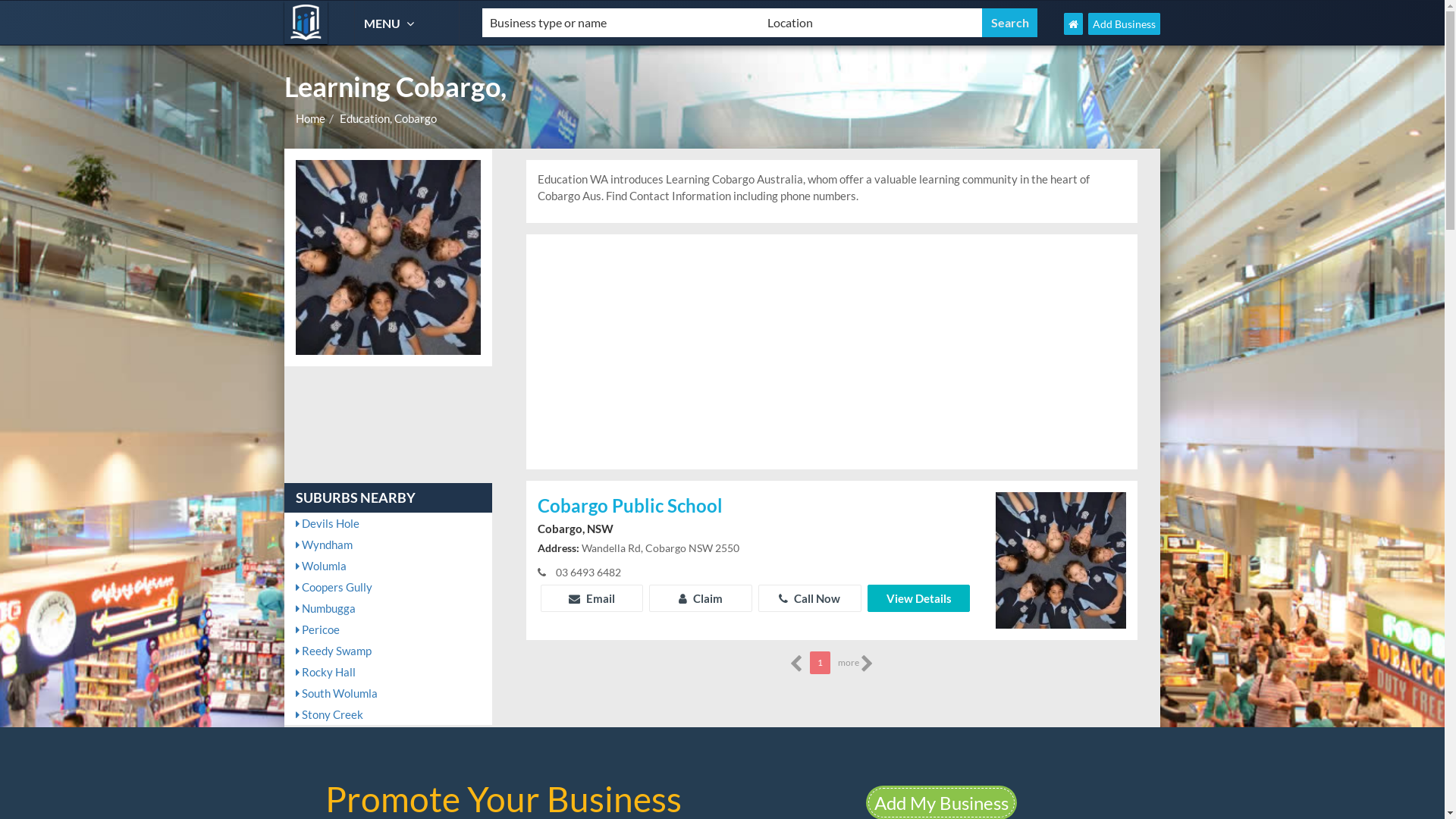 The height and width of the screenshot is (819, 1456). Describe the element at coordinates (819, 662) in the screenshot. I see `'1'` at that location.